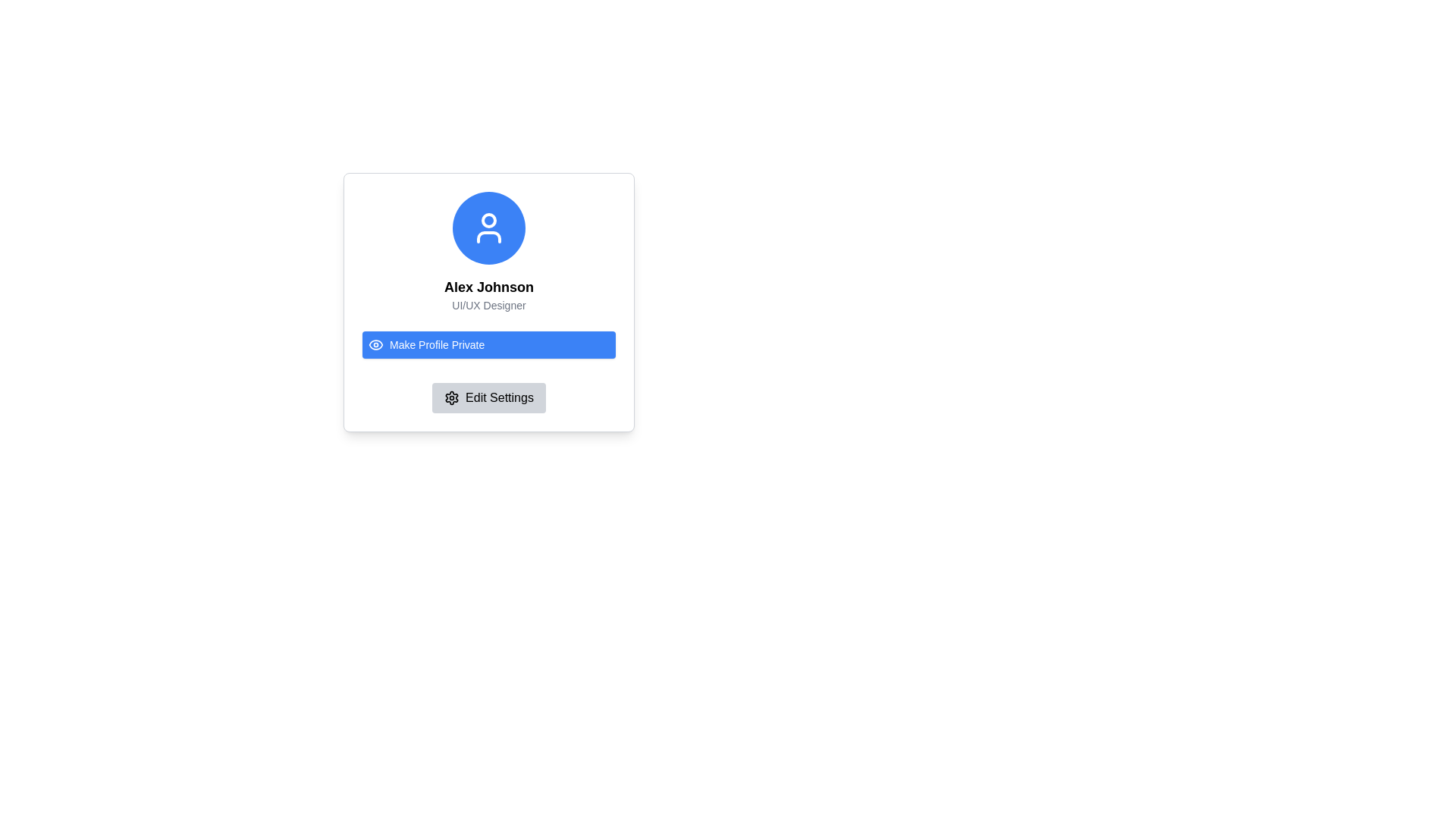 This screenshot has width=1456, height=819. I want to click on the Profile Information Text displaying 'Alex Johnson' and 'UI/UX Designer', so click(488, 295).